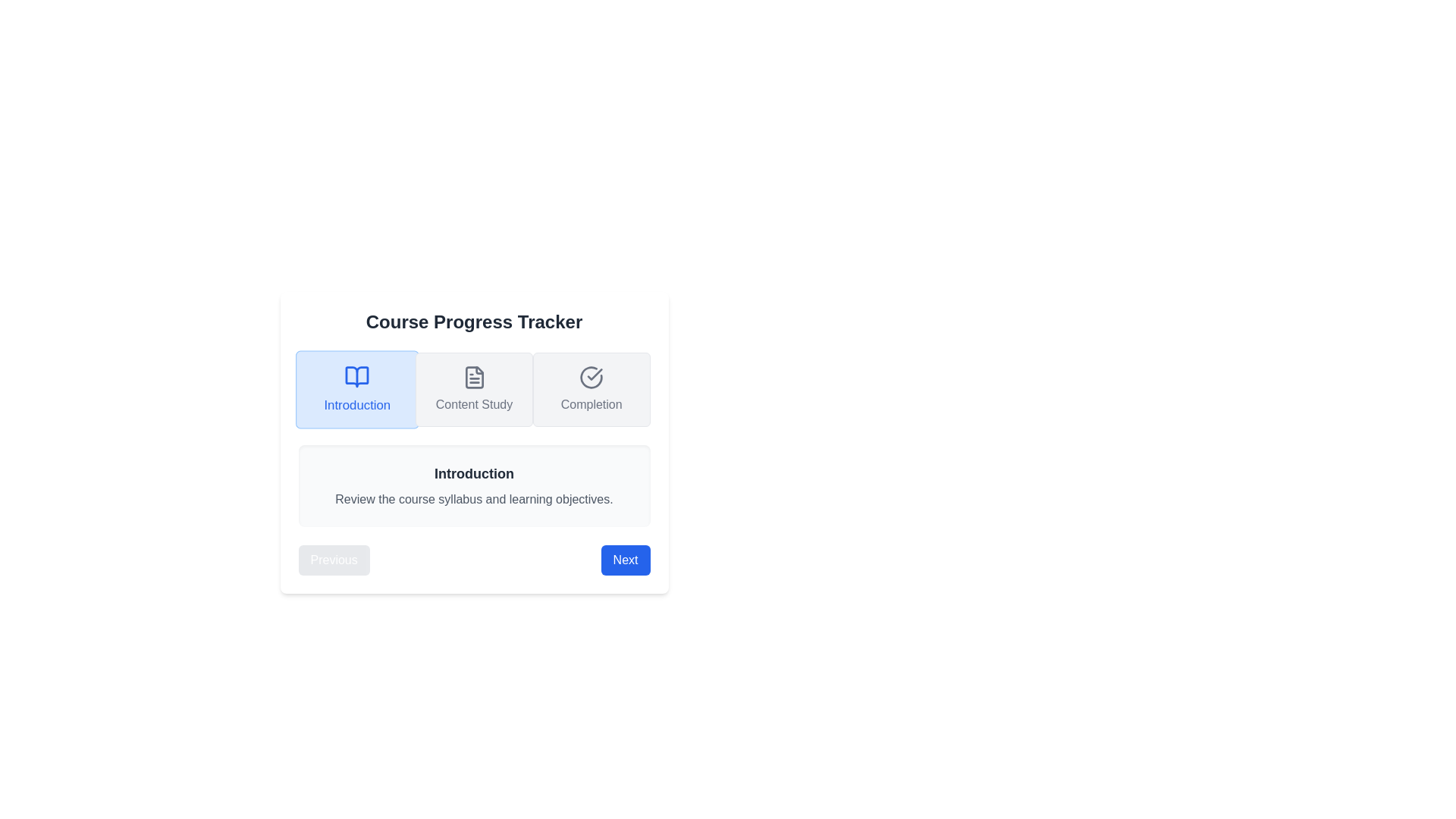 This screenshot has width=1456, height=819. Describe the element at coordinates (591, 376) in the screenshot. I see `the completion status icon located in the 'Completion' section, which indicates that the associated stage has been successfully completed` at that location.